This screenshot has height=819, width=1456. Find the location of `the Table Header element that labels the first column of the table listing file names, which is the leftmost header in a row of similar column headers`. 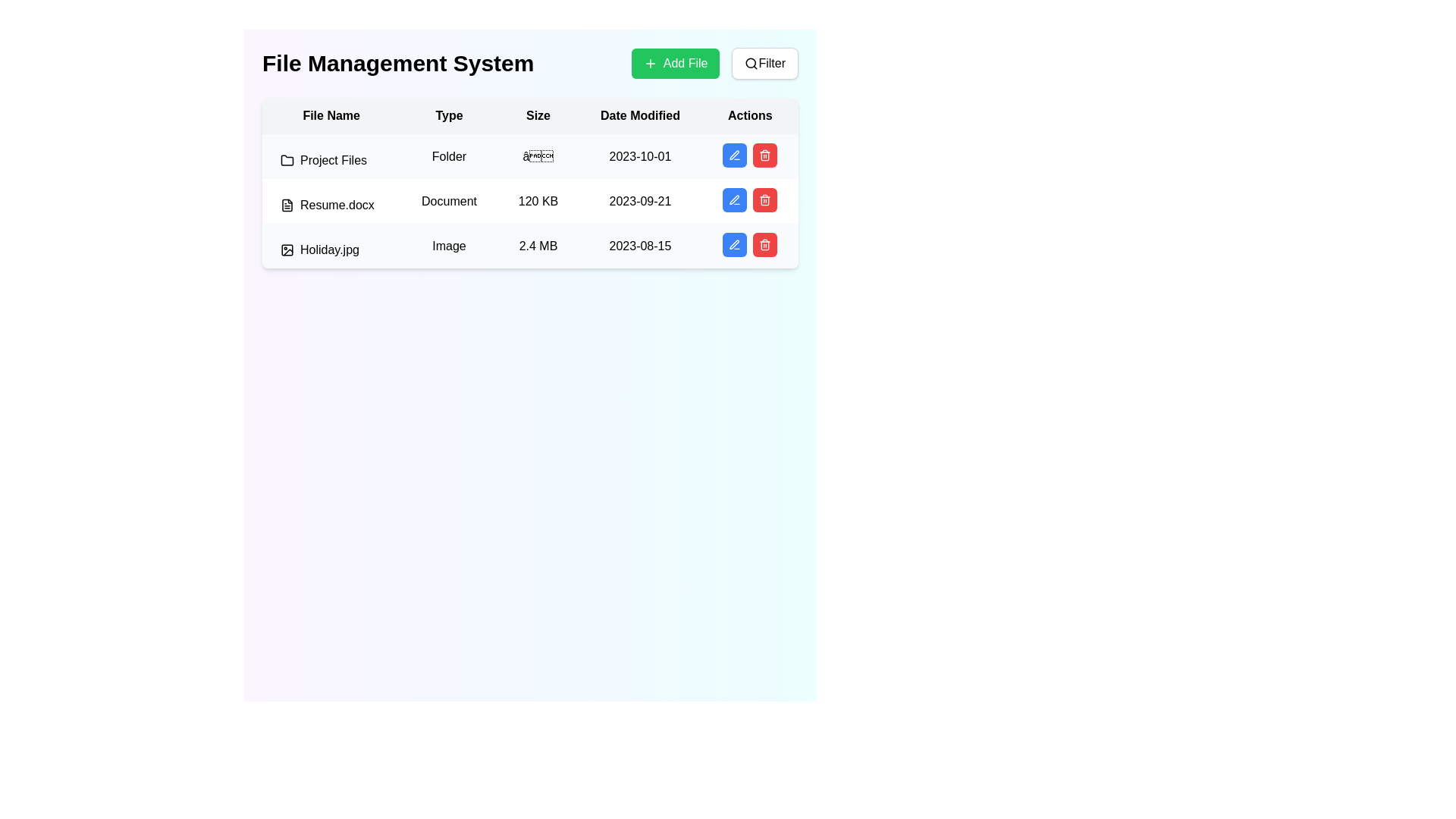

the Table Header element that labels the first column of the table listing file names, which is the leftmost header in a row of similar column headers is located at coordinates (331, 115).